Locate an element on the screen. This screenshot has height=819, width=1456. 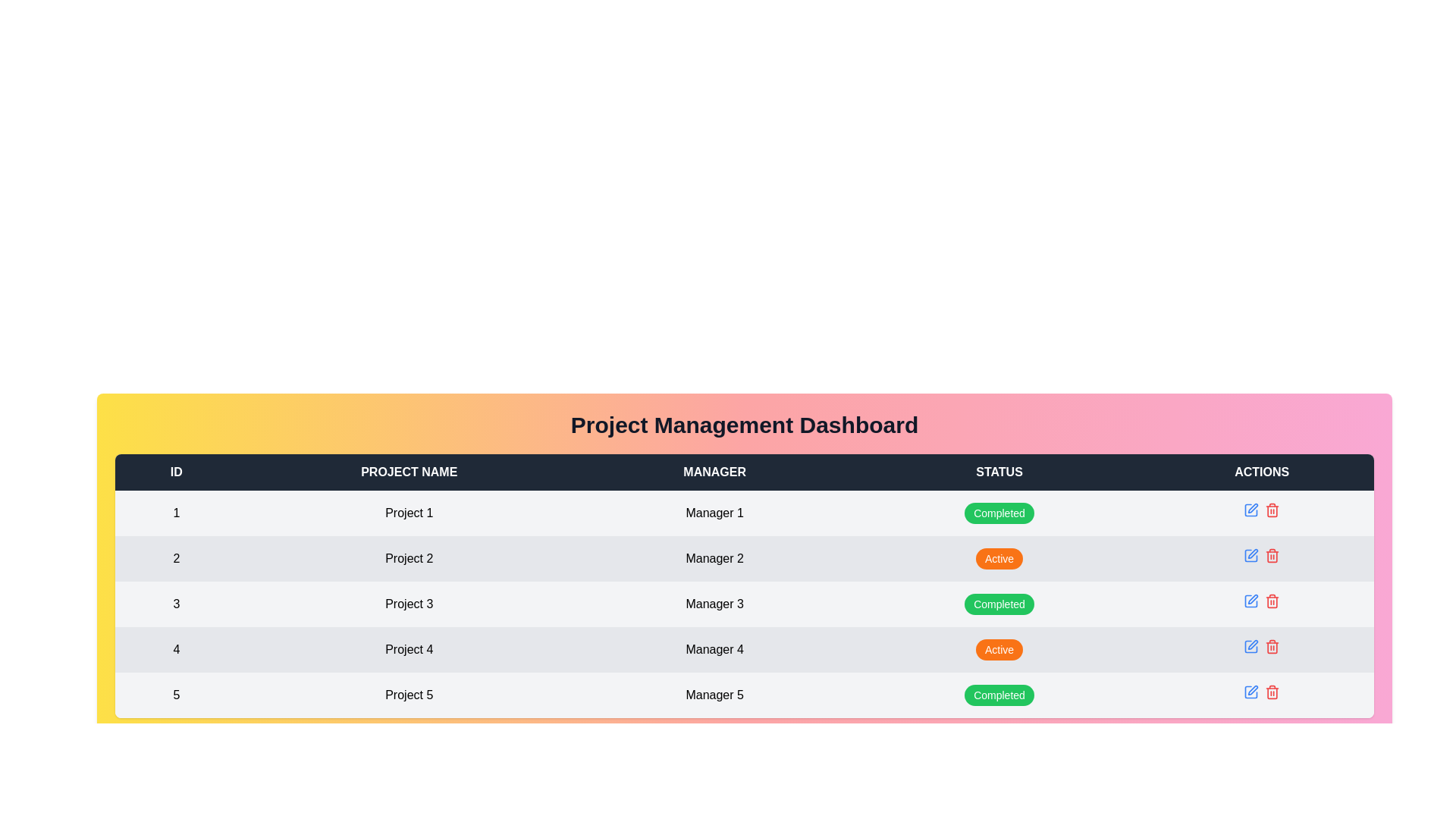
the status indicator label located in the 'Status' column of the first row of the table, which shows the completion state of an associated item is located at coordinates (999, 513).